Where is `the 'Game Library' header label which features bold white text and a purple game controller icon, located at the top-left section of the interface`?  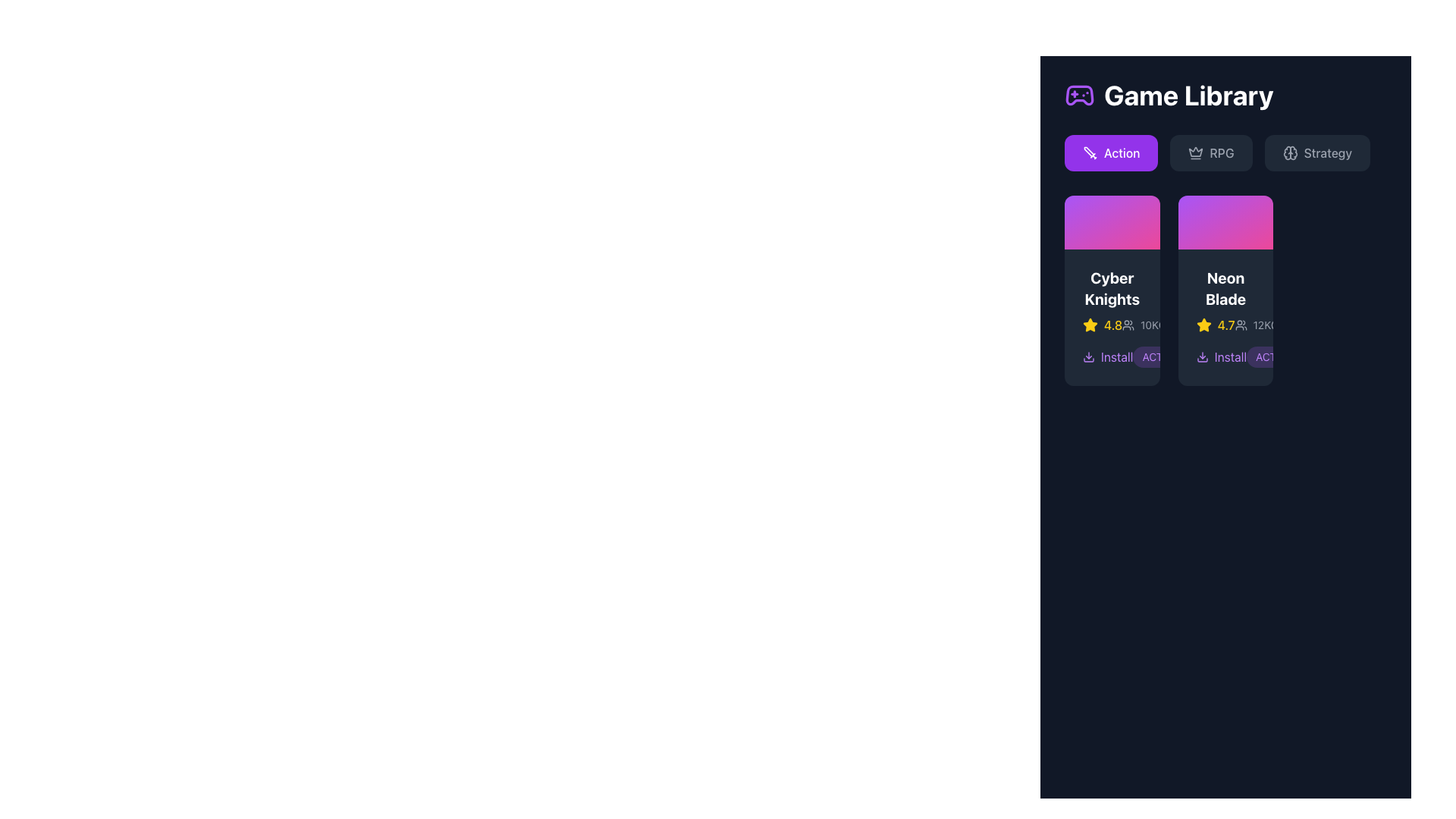
the 'Game Library' header label which features bold white text and a purple game controller icon, located at the top-left section of the interface is located at coordinates (1168, 96).